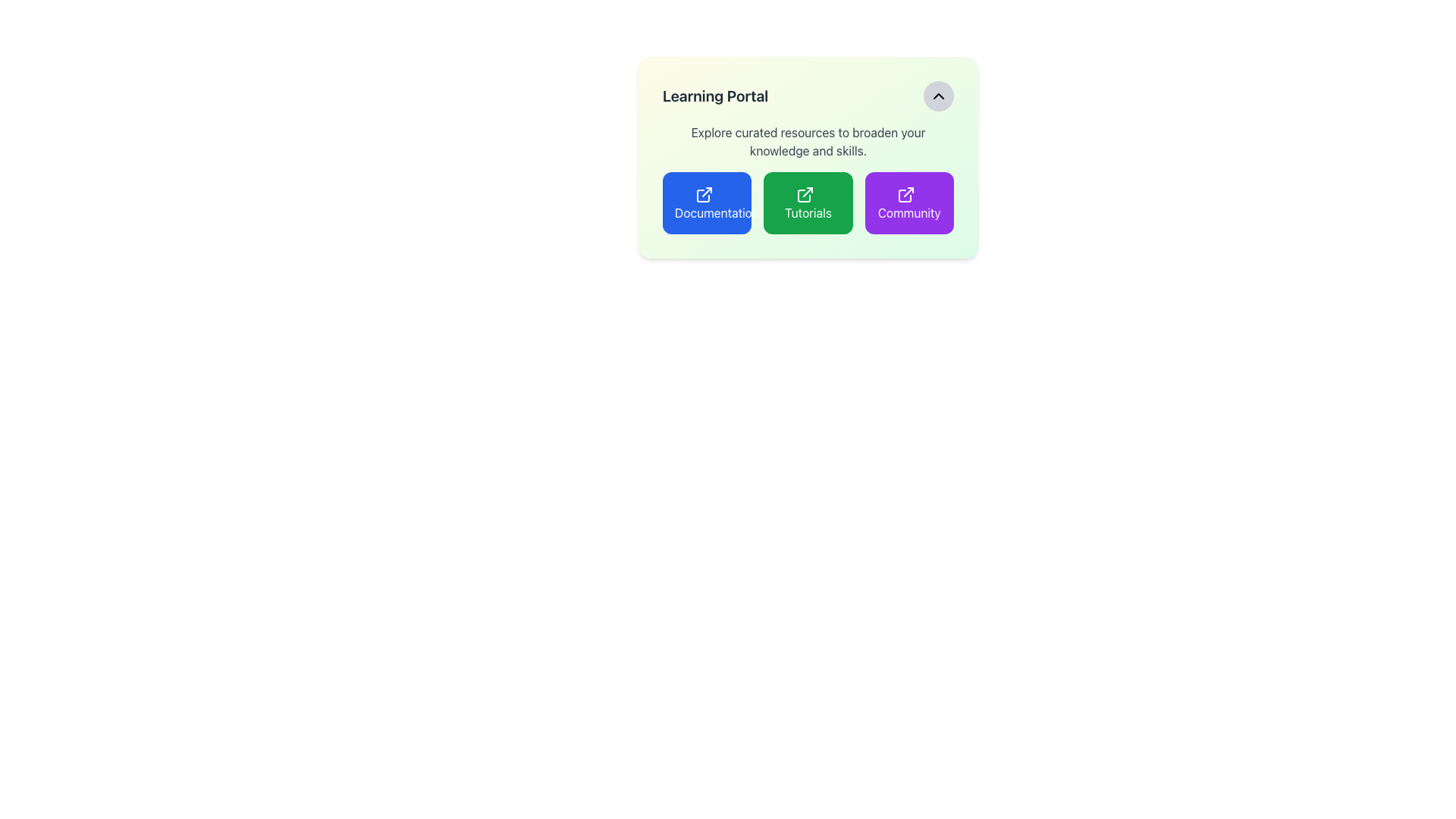  What do you see at coordinates (909, 202) in the screenshot?
I see `the 'Community' button with a vibrant purple background and white text` at bounding box center [909, 202].